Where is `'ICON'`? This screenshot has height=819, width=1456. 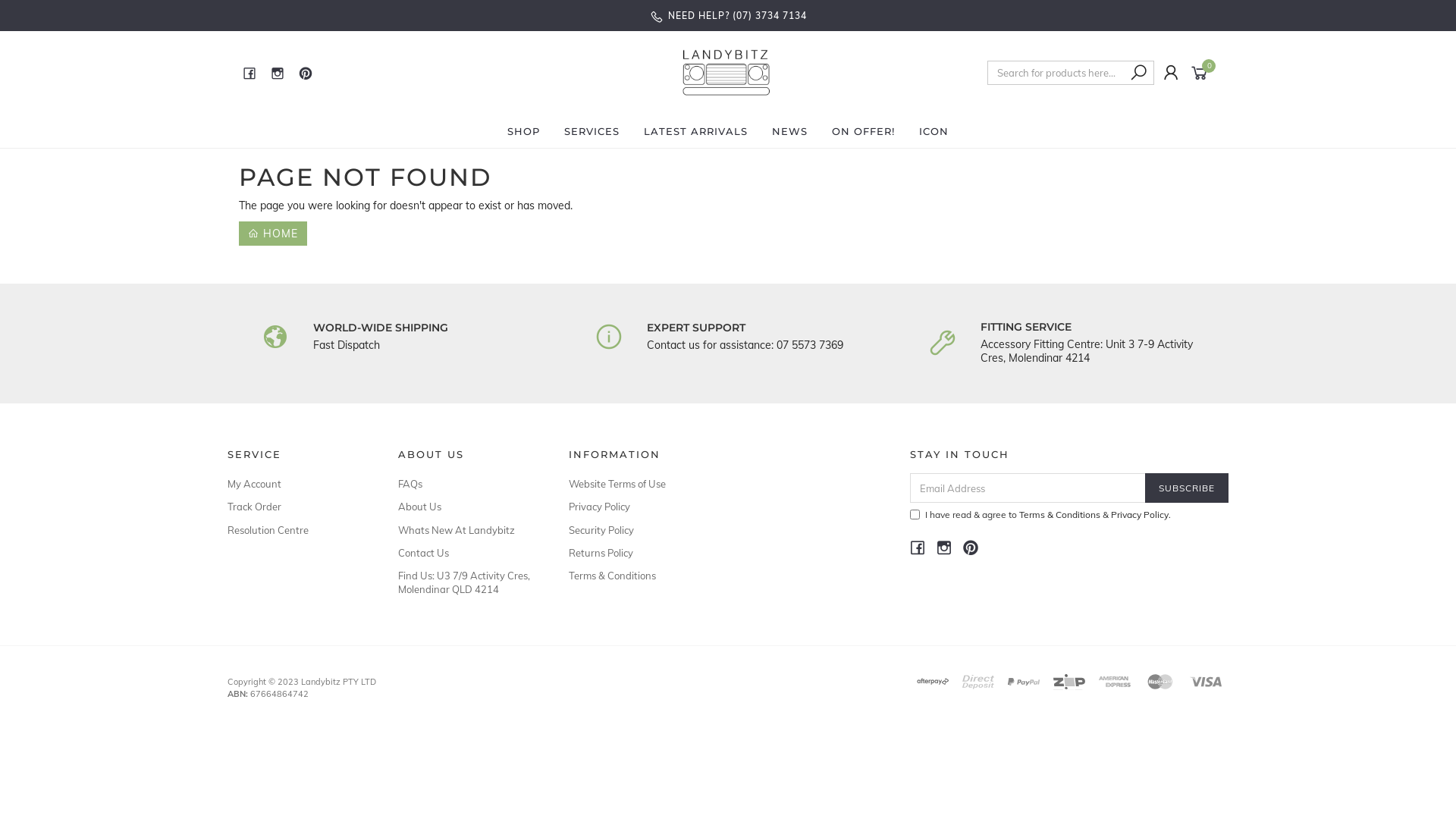
'ICON' is located at coordinates (933, 130).